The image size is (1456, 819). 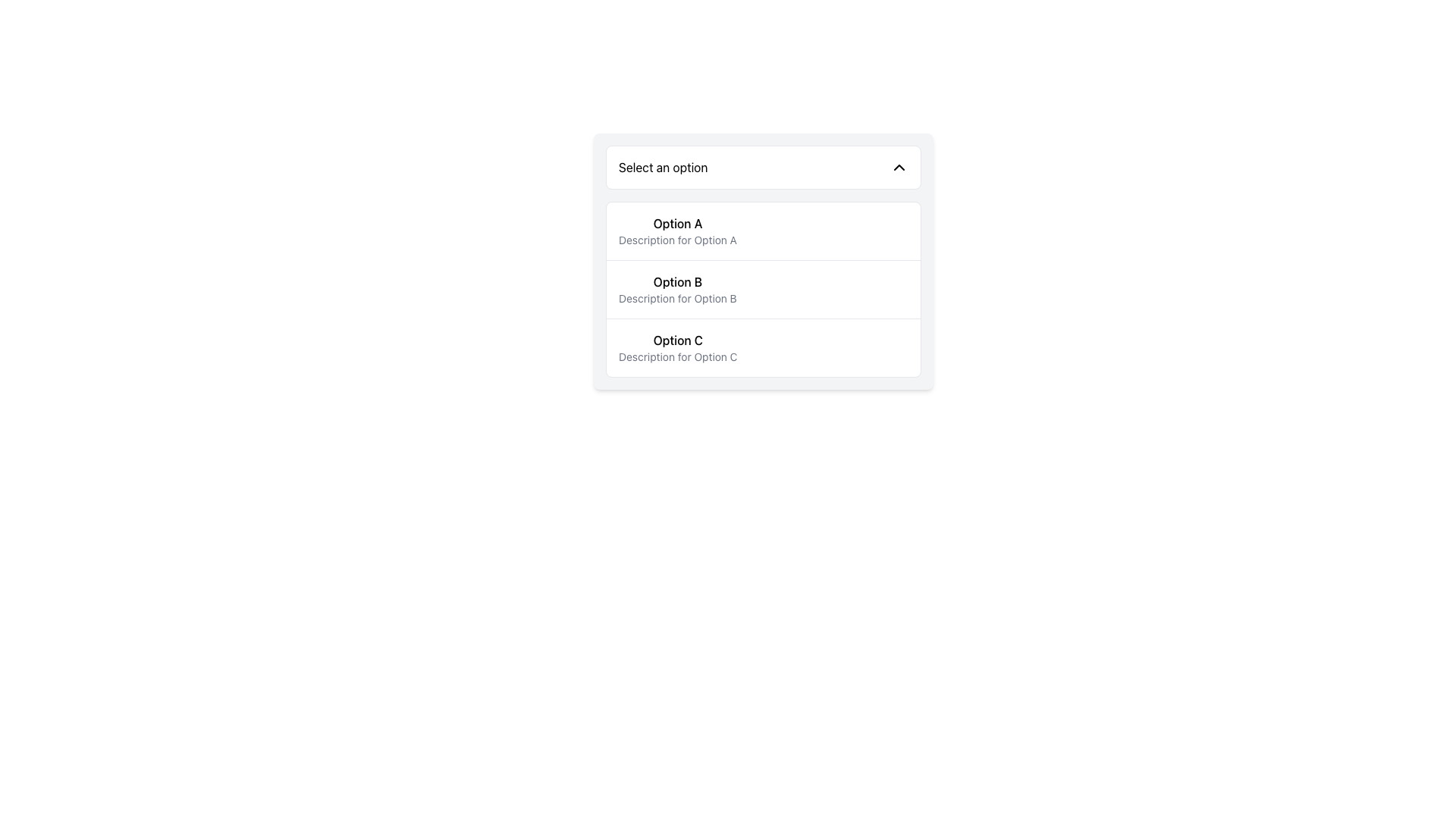 What do you see at coordinates (764, 289) in the screenshot?
I see `the List Item representing 'Option B' in the dropdown list` at bounding box center [764, 289].